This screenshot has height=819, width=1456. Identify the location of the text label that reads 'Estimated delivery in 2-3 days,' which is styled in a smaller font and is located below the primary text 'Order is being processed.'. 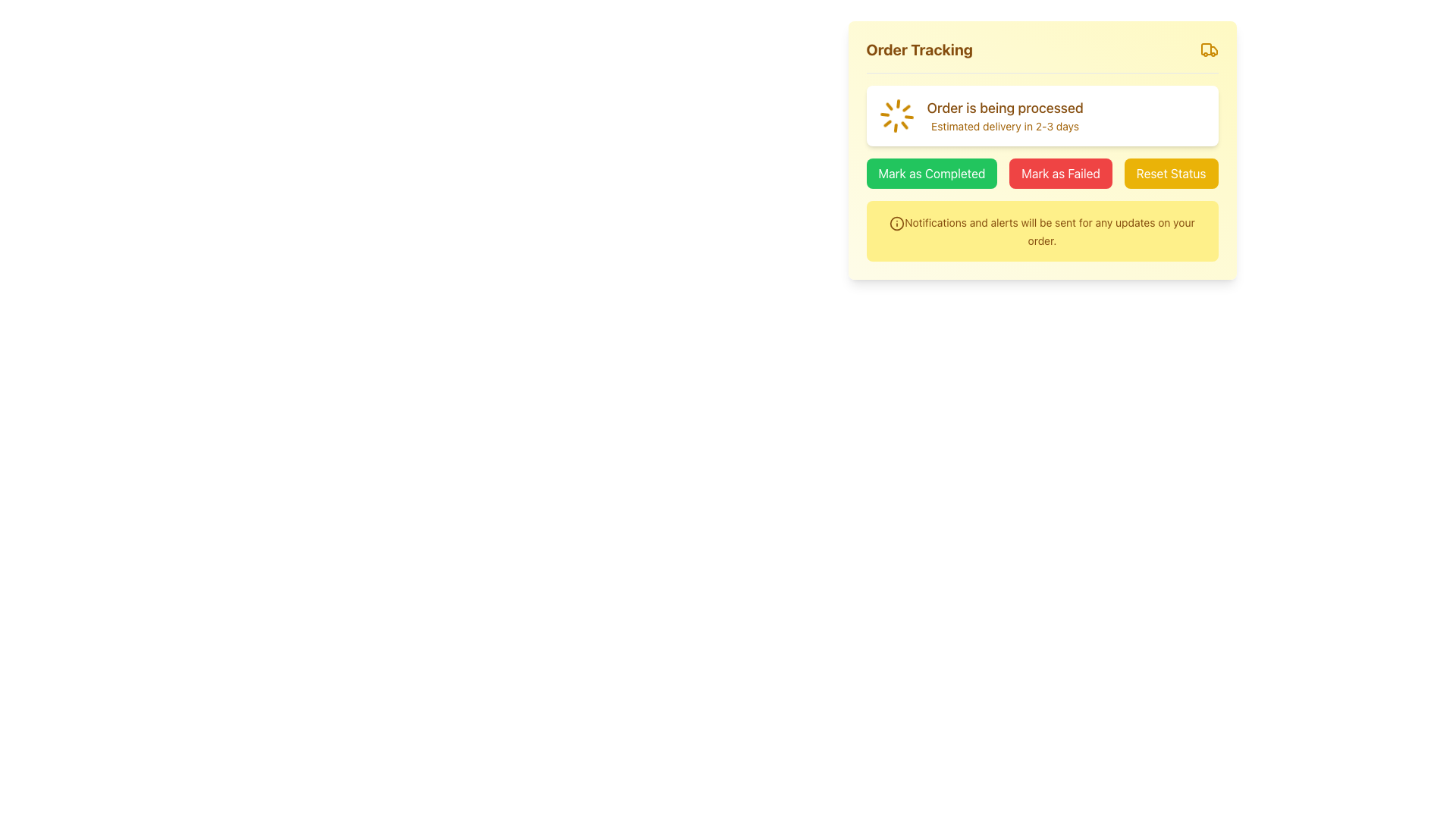
(1005, 125).